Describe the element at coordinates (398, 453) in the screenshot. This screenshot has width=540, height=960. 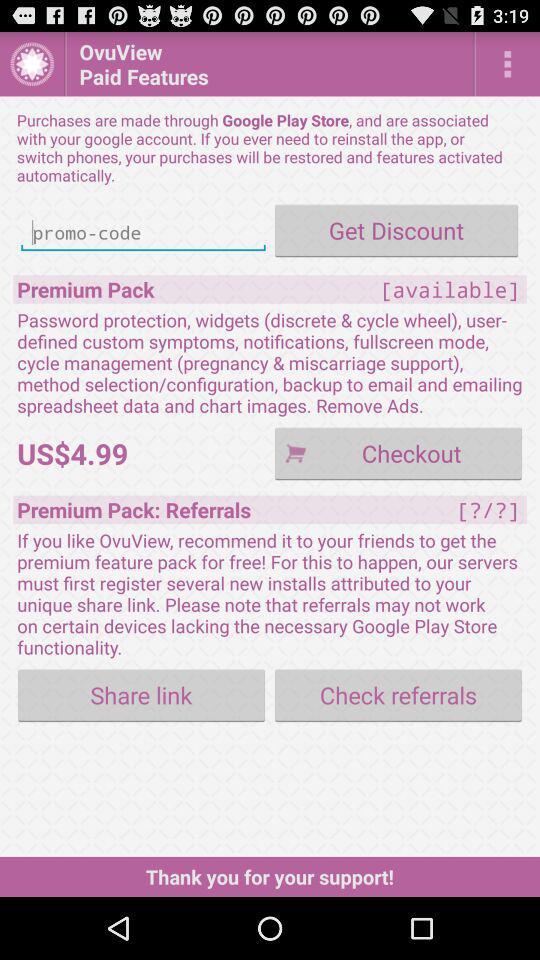
I see `the icon below password protection widgets icon` at that location.